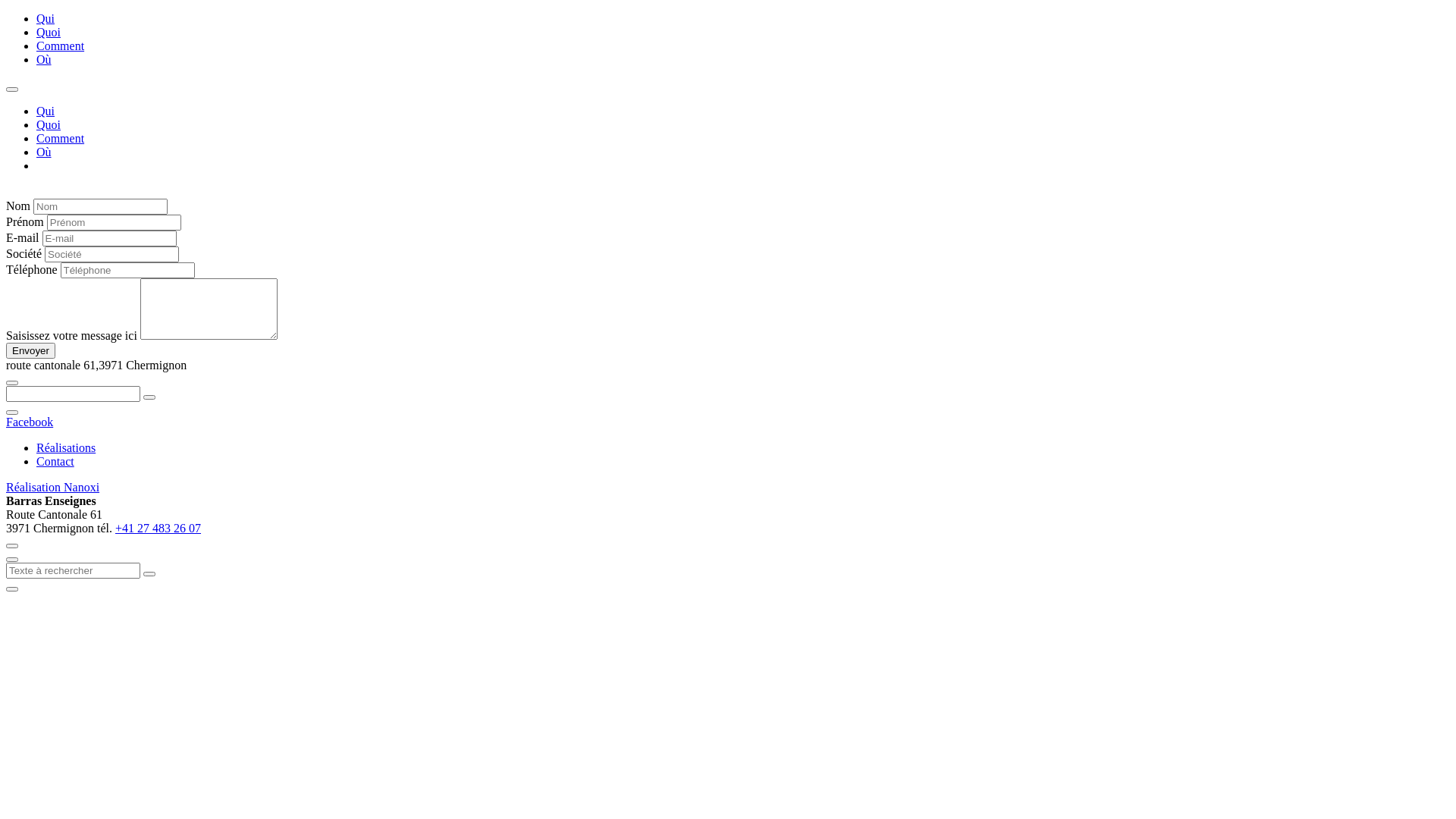 The image size is (1456, 819). Describe the element at coordinates (149, 573) in the screenshot. I see `'Search'` at that location.